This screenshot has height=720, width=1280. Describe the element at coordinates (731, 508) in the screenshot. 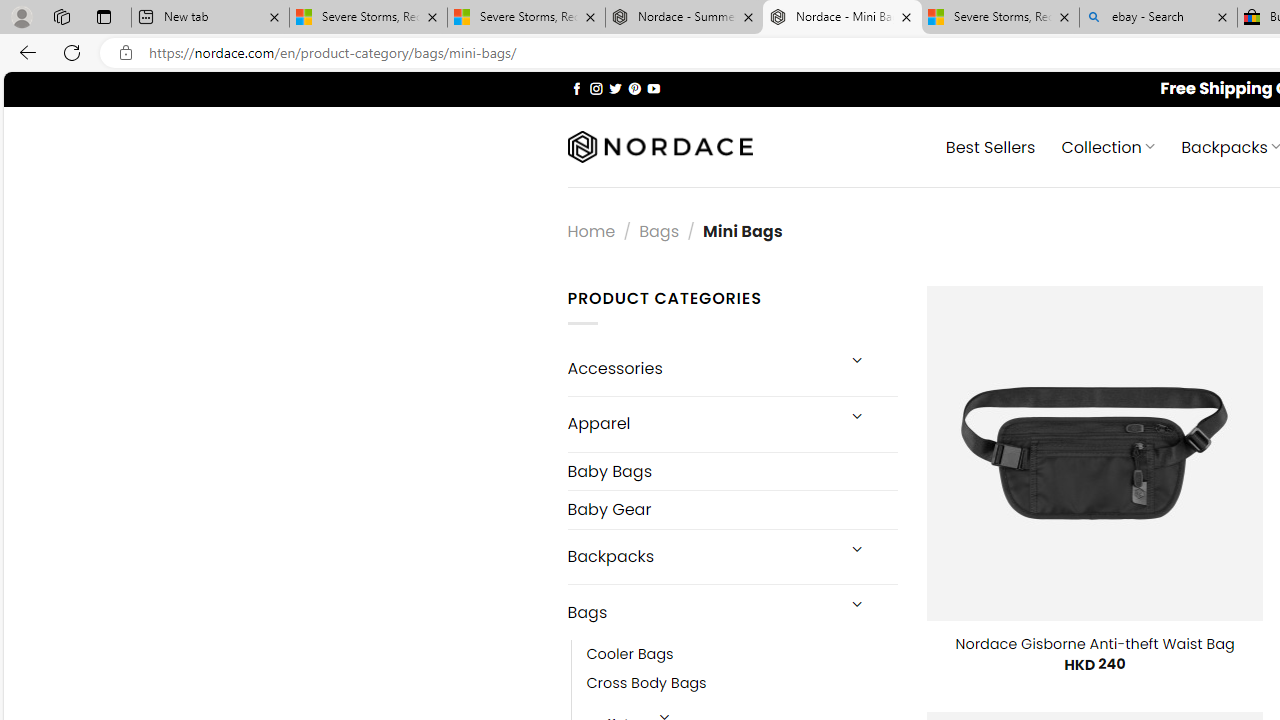

I see `'Baby Gear'` at that location.